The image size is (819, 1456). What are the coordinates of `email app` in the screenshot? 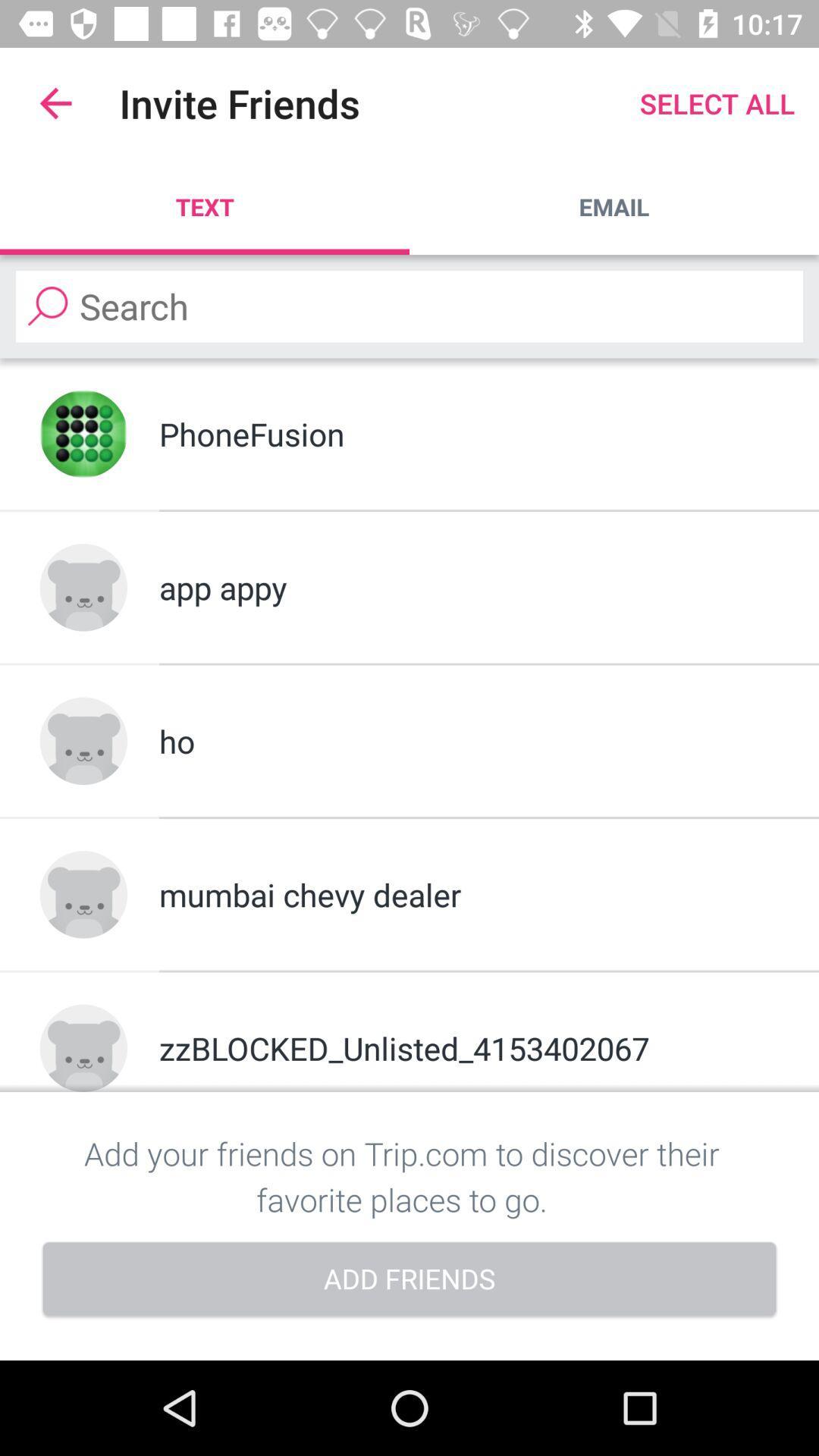 It's located at (614, 206).